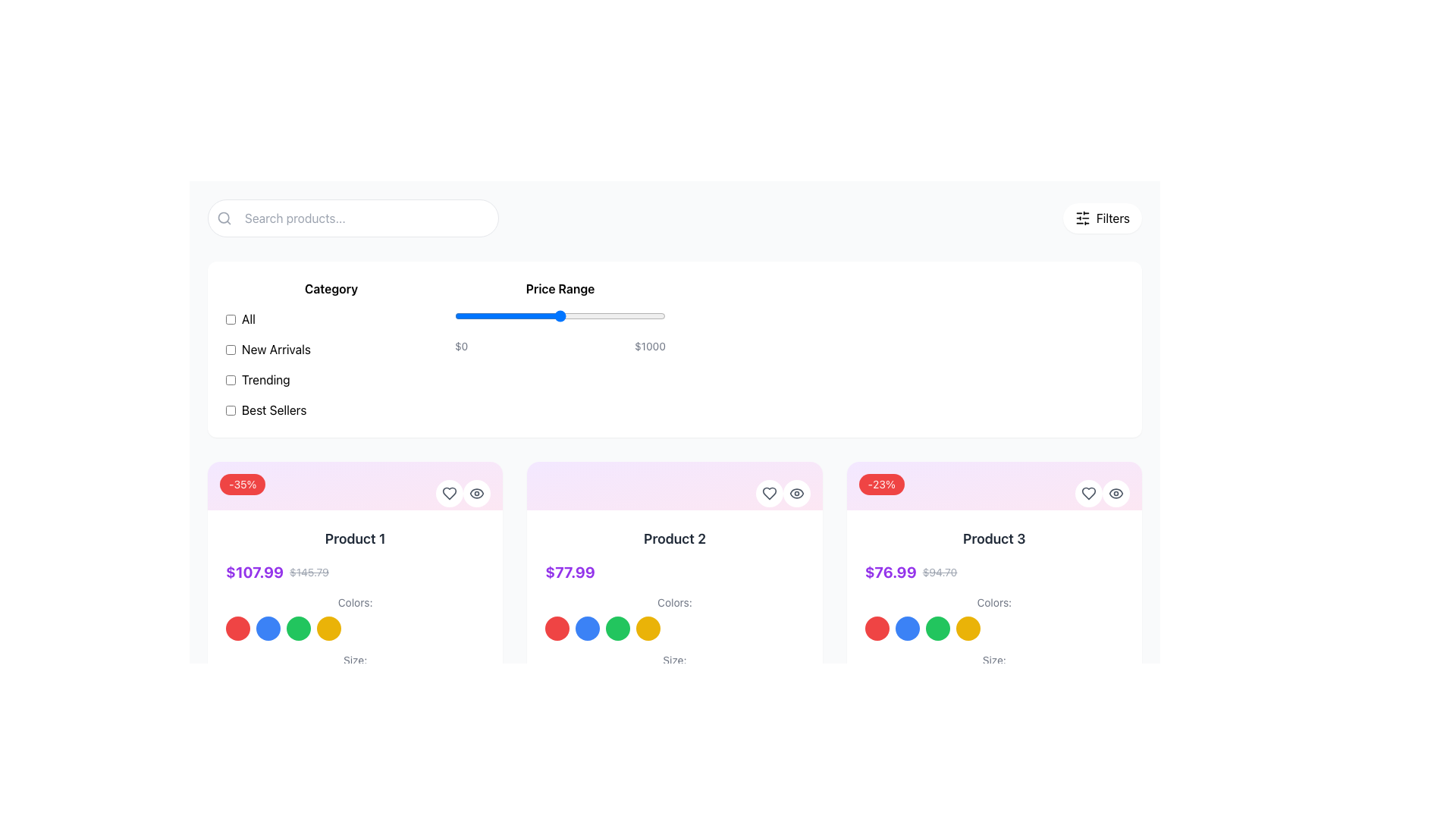  Describe the element at coordinates (476, 315) in the screenshot. I see `the price range` at that location.